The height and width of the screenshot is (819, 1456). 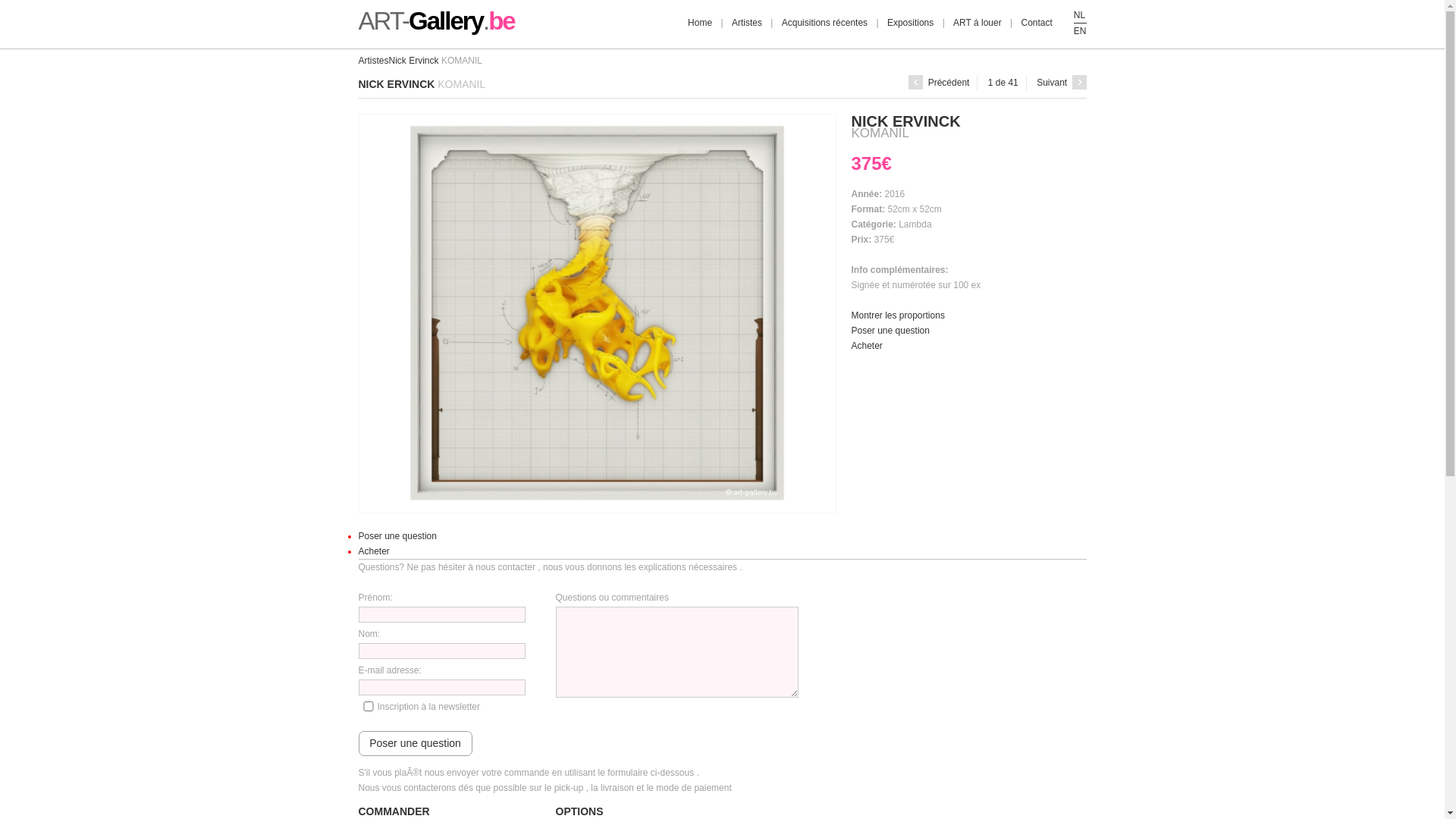 I want to click on 'Poser une question', so click(x=415, y=742).